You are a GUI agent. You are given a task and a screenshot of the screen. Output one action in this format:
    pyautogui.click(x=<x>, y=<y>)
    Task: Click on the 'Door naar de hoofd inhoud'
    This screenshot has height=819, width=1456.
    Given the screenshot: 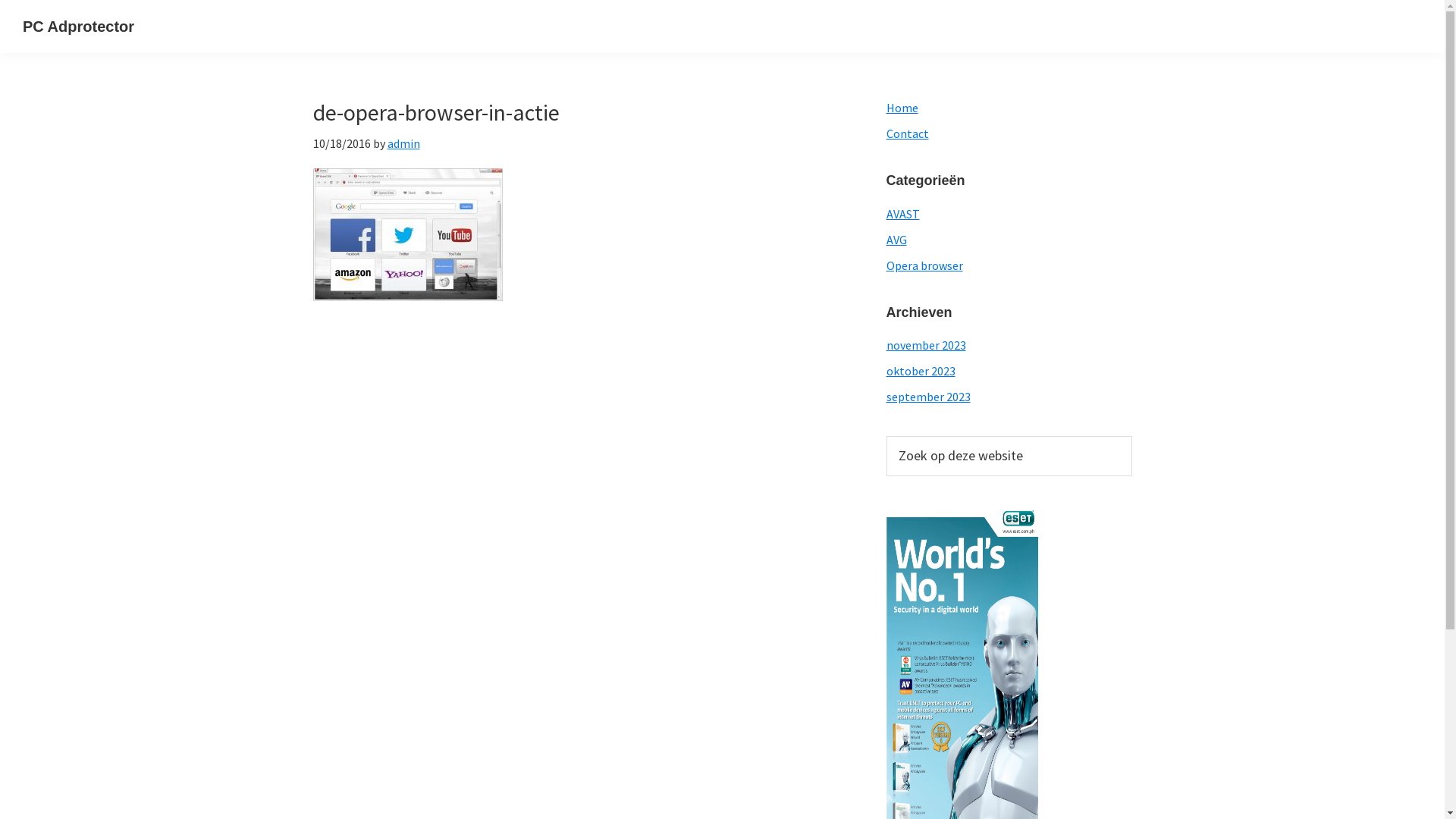 What is the action you would take?
    pyautogui.click(x=0, y=0)
    